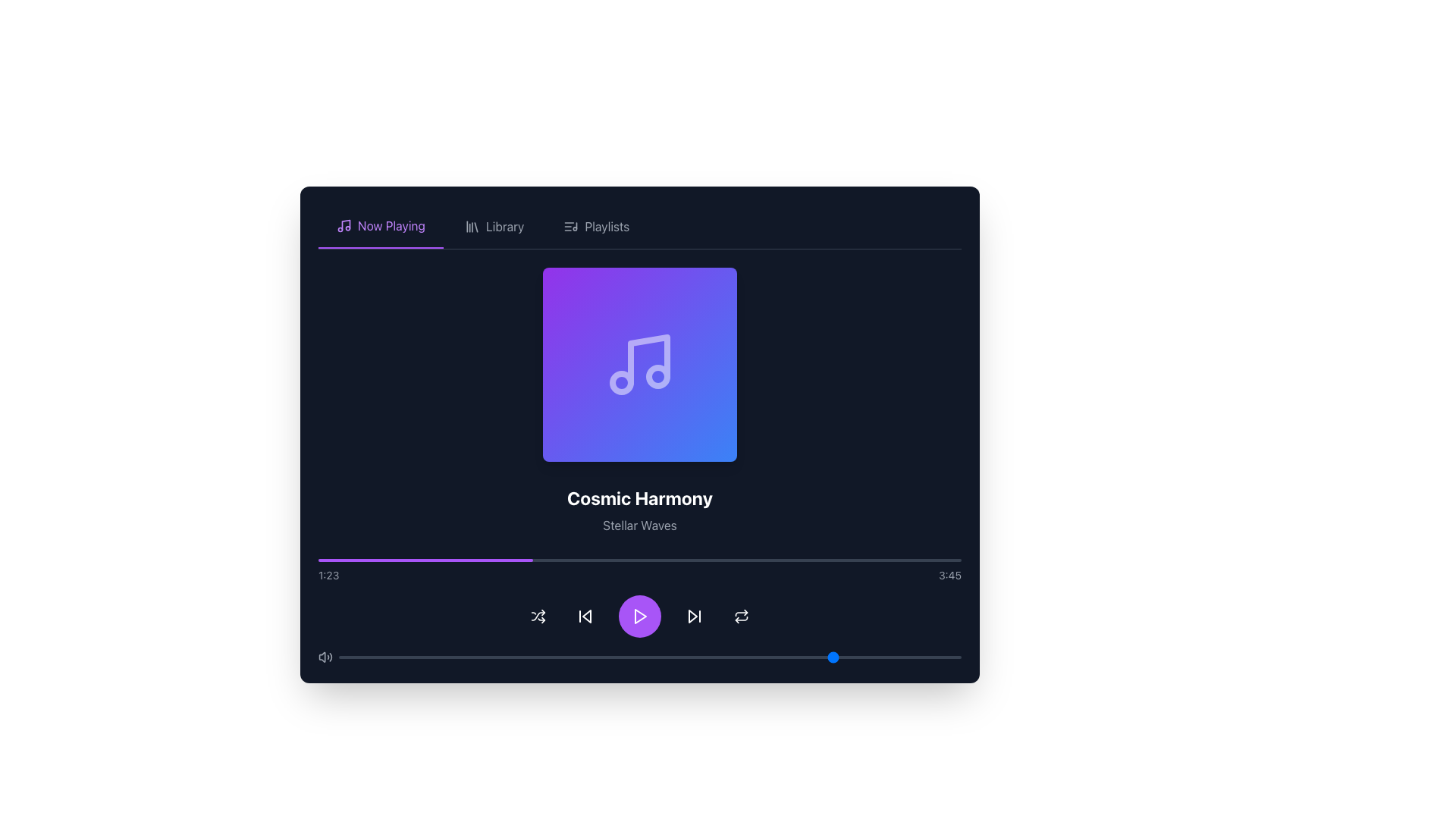 Image resolution: width=1456 pixels, height=819 pixels. Describe the element at coordinates (538, 617) in the screenshot. I see `the shuffle toggle button located at the bottom center of the interface` at that location.